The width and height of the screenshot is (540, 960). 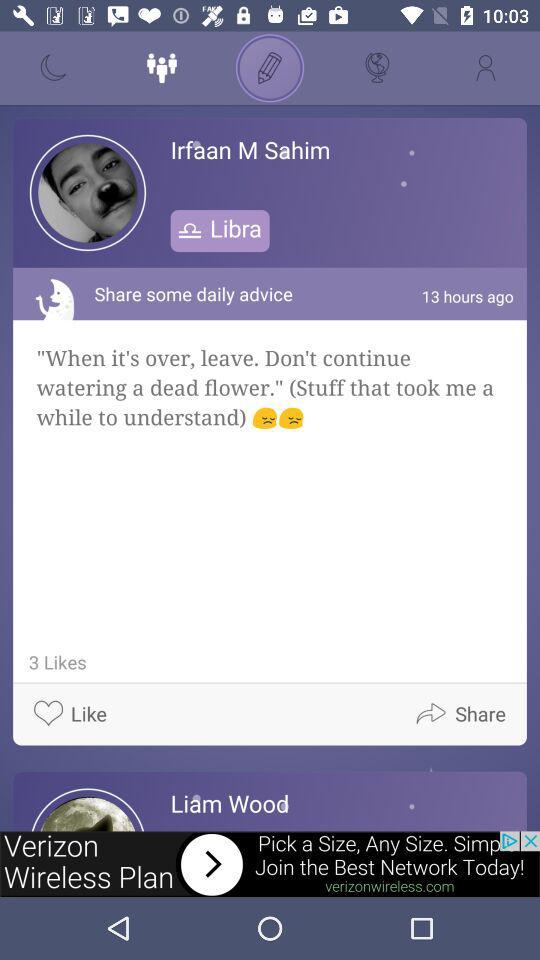 I want to click on pencil button, so click(x=270, y=68).